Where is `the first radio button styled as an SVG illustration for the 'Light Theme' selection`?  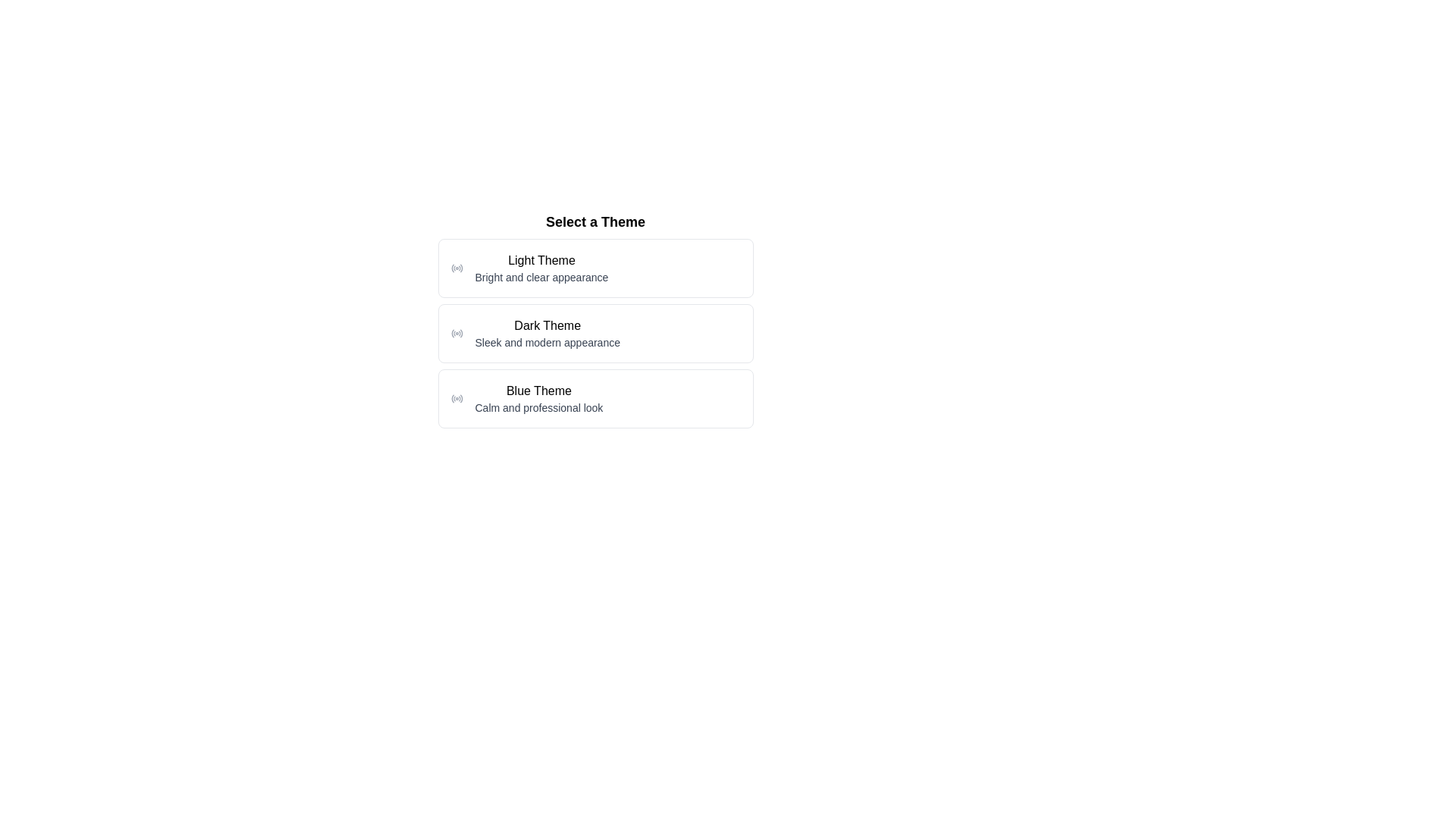
the first radio button styled as an SVG illustration for the 'Light Theme' selection is located at coordinates (456, 268).